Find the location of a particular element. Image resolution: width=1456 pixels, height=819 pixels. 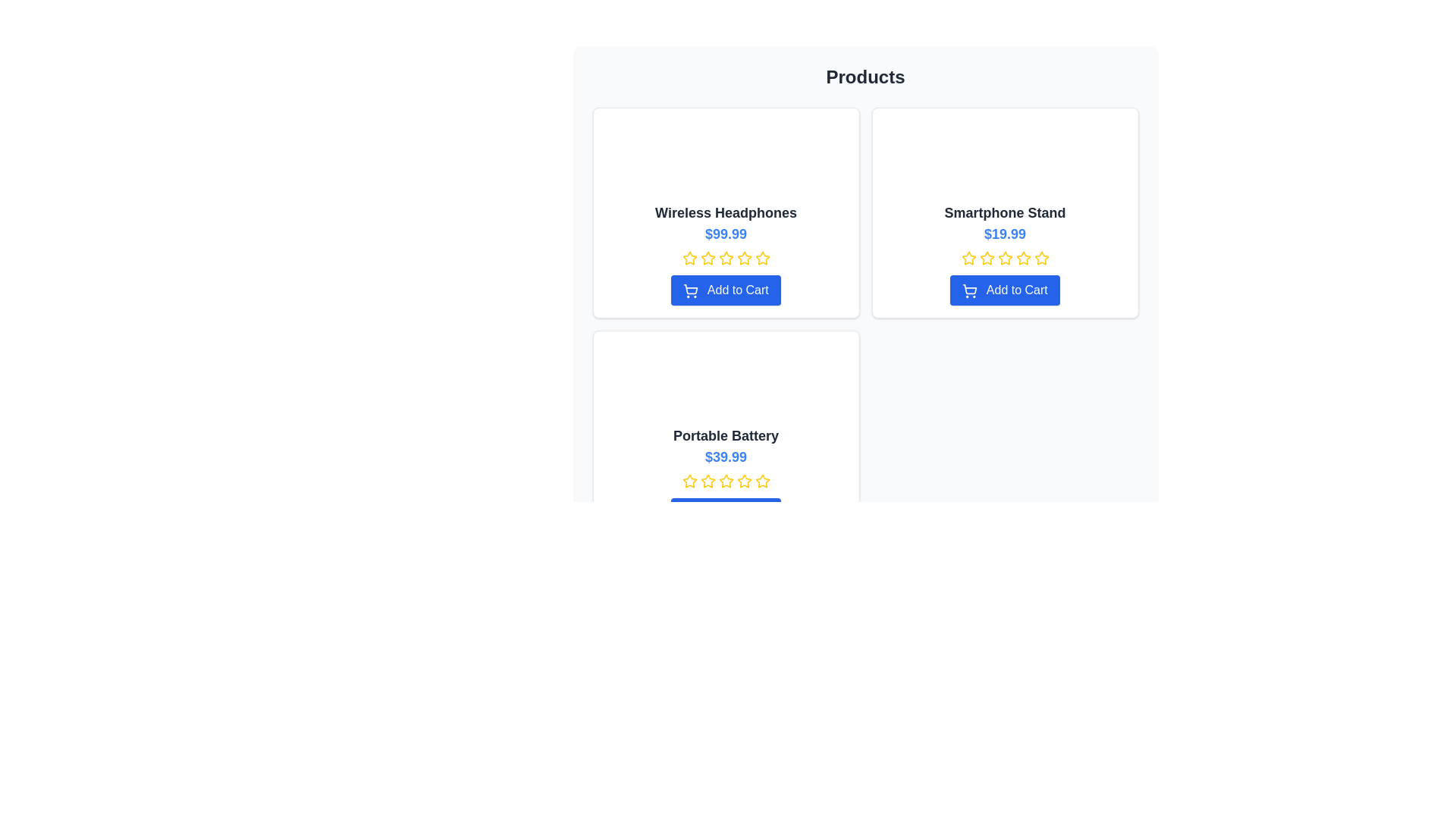

the third yellow star icon in the five-star rating system for the 'Smartphone Stand' product card is located at coordinates (1022, 256).